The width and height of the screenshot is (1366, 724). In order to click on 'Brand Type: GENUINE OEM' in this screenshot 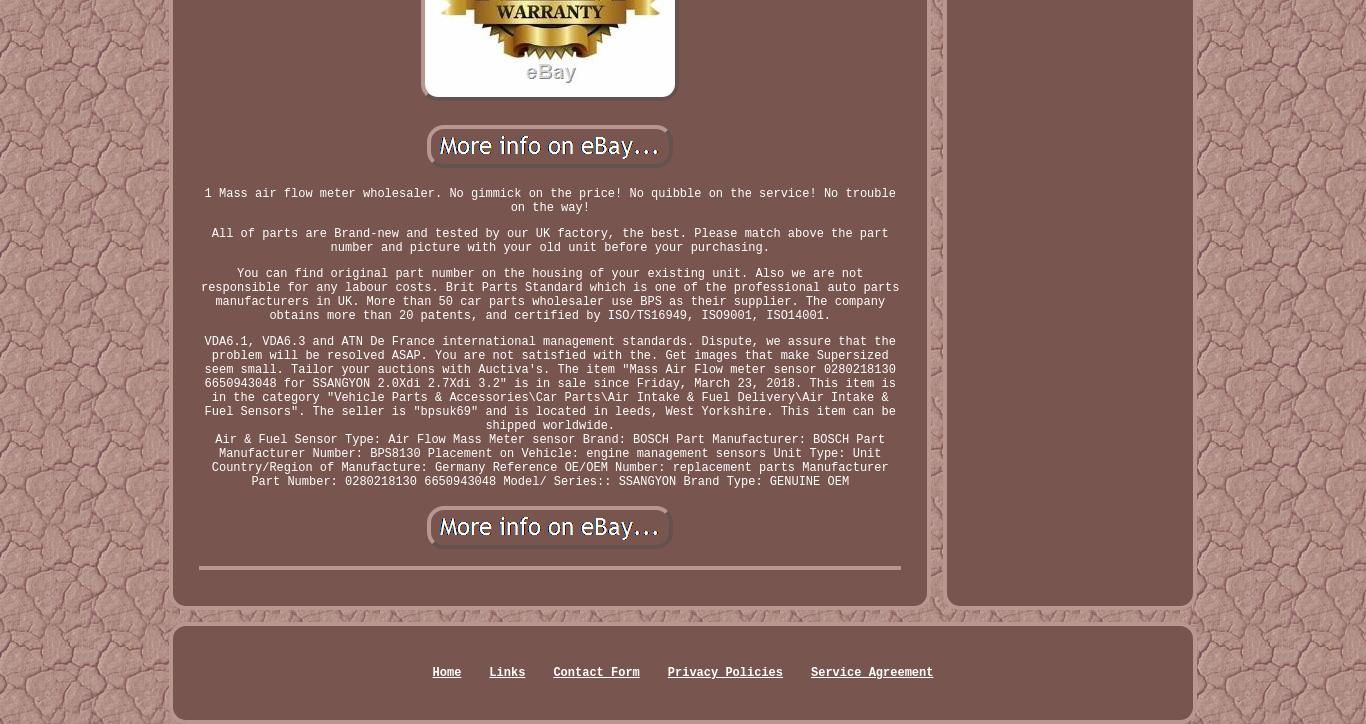, I will do `click(683, 480)`.